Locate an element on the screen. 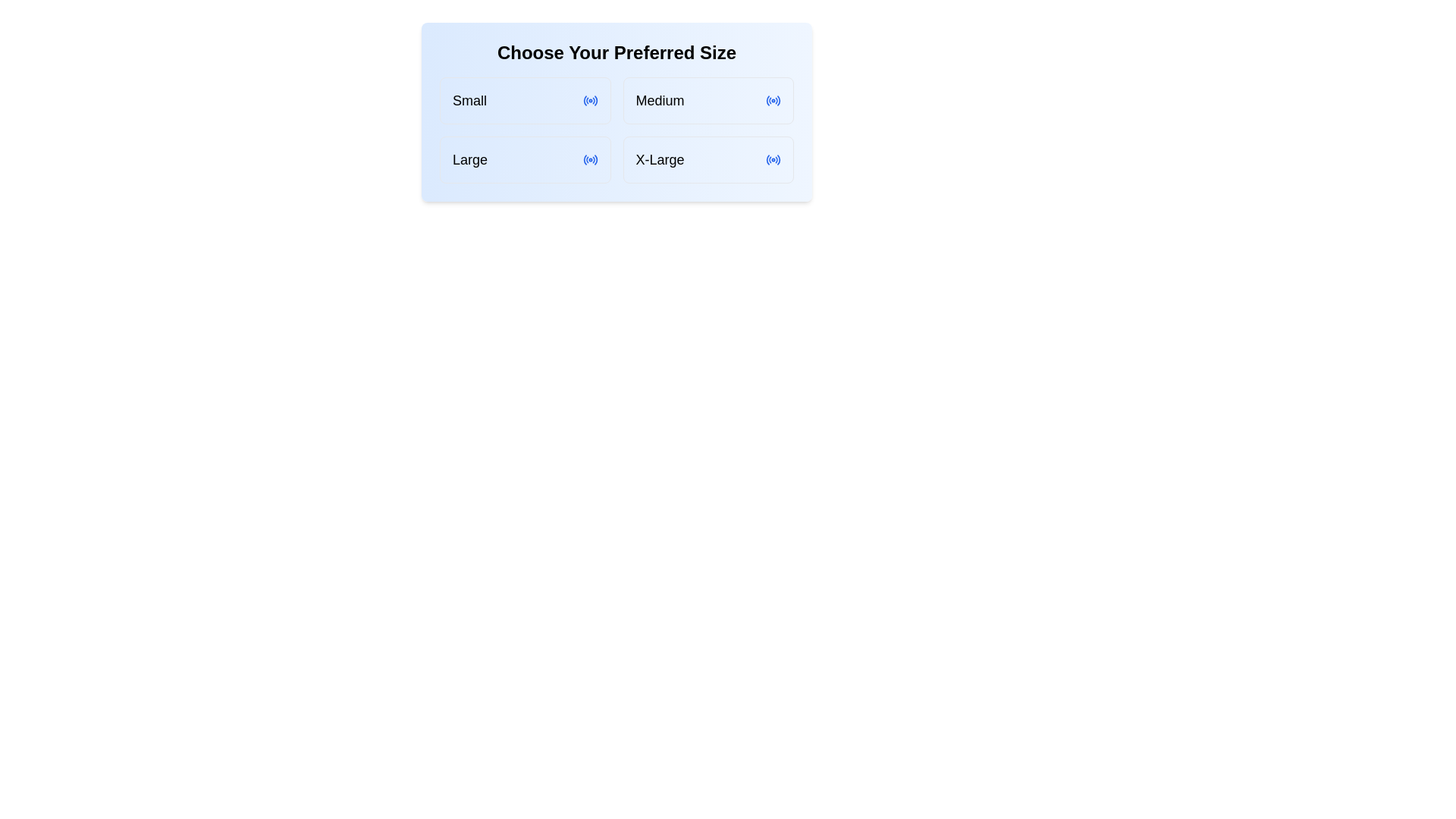 The height and width of the screenshot is (819, 1456). the 'Small' label in bold font style located in the upper left corner of the 'Choose Your Preferred Size' option pane is located at coordinates (469, 100).